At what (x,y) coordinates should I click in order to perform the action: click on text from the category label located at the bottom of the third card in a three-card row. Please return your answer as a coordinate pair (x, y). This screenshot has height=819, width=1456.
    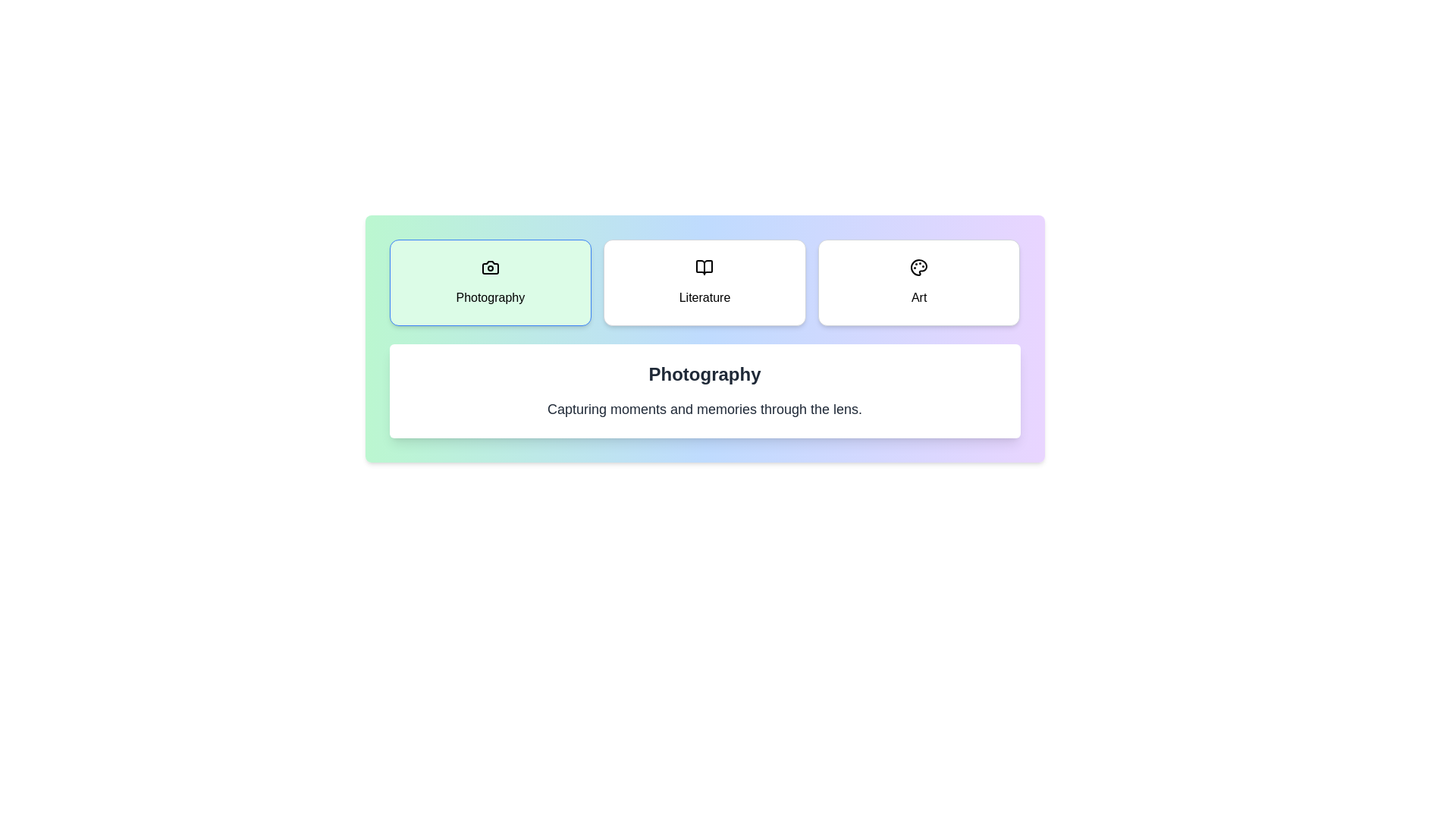
    Looking at the image, I should click on (918, 298).